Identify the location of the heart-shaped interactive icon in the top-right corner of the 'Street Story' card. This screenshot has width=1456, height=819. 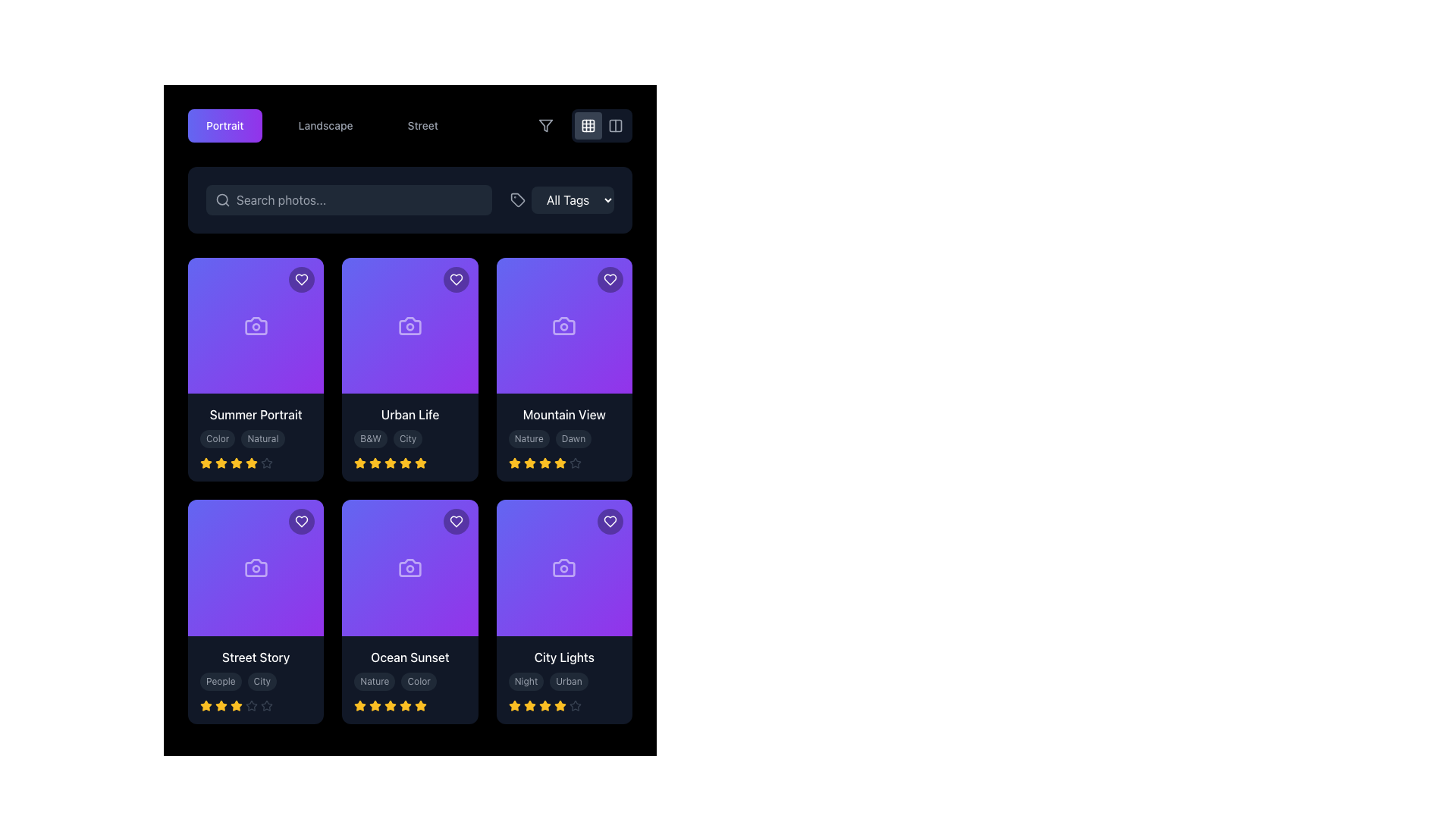
(302, 521).